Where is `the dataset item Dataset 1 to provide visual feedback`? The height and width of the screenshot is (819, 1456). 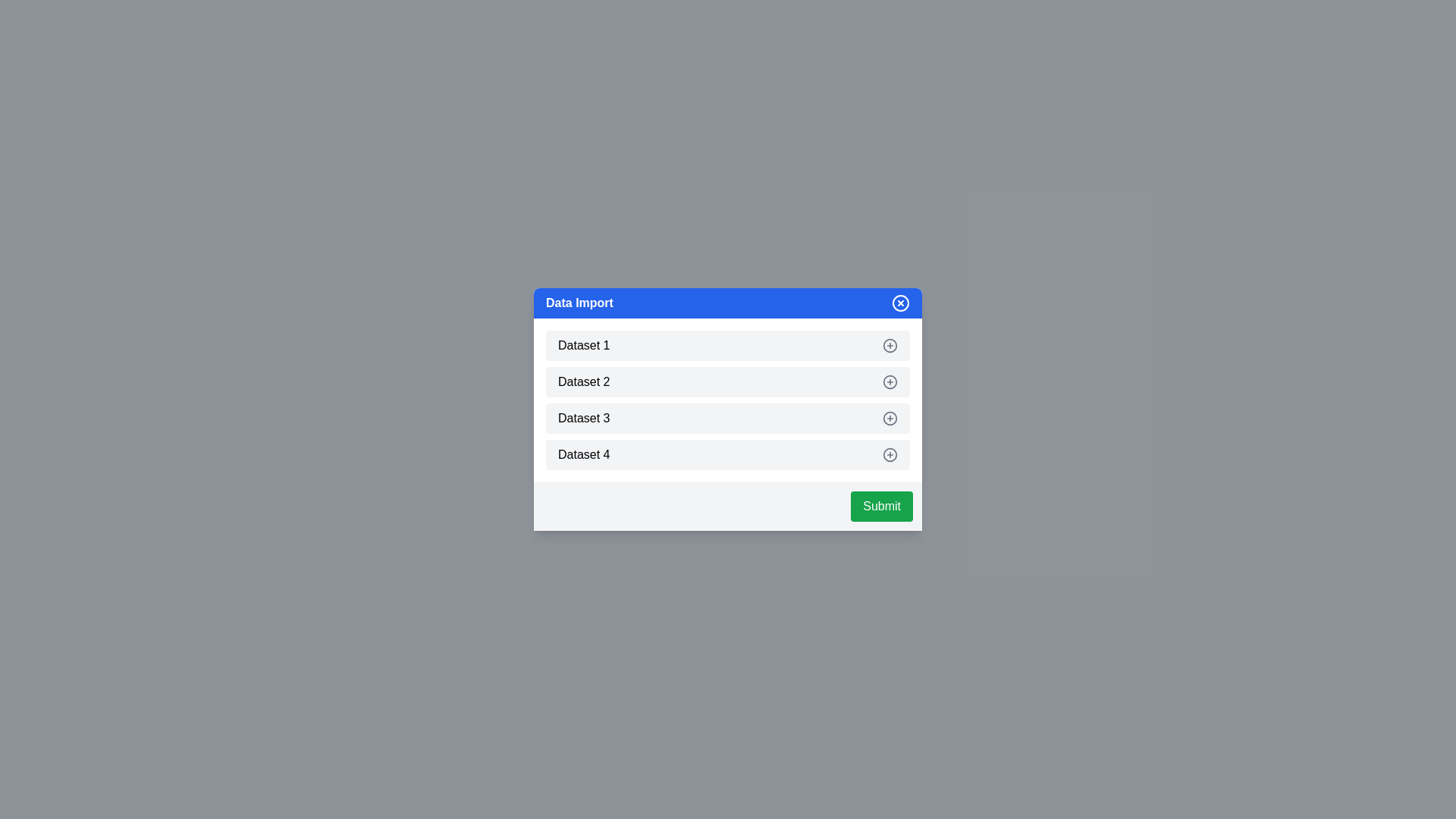 the dataset item Dataset 1 to provide visual feedback is located at coordinates (728, 345).